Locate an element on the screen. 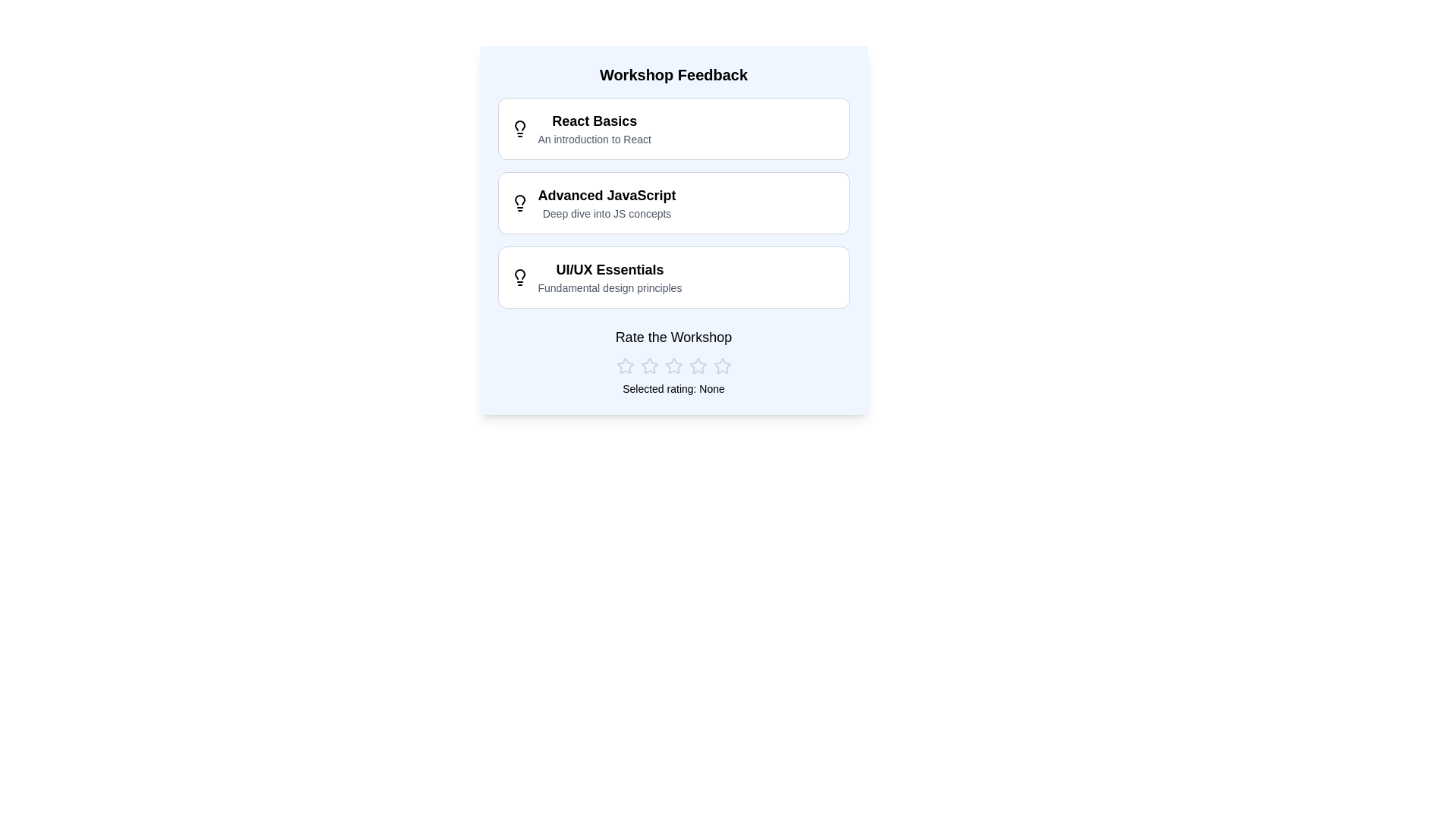 This screenshot has height=819, width=1456. the static textual label that serves as a title for the 'UI/UX Essentials' workshop entry, located in the center of the third list item within the 'Workshop Feedback' section is located at coordinates (610, 268).